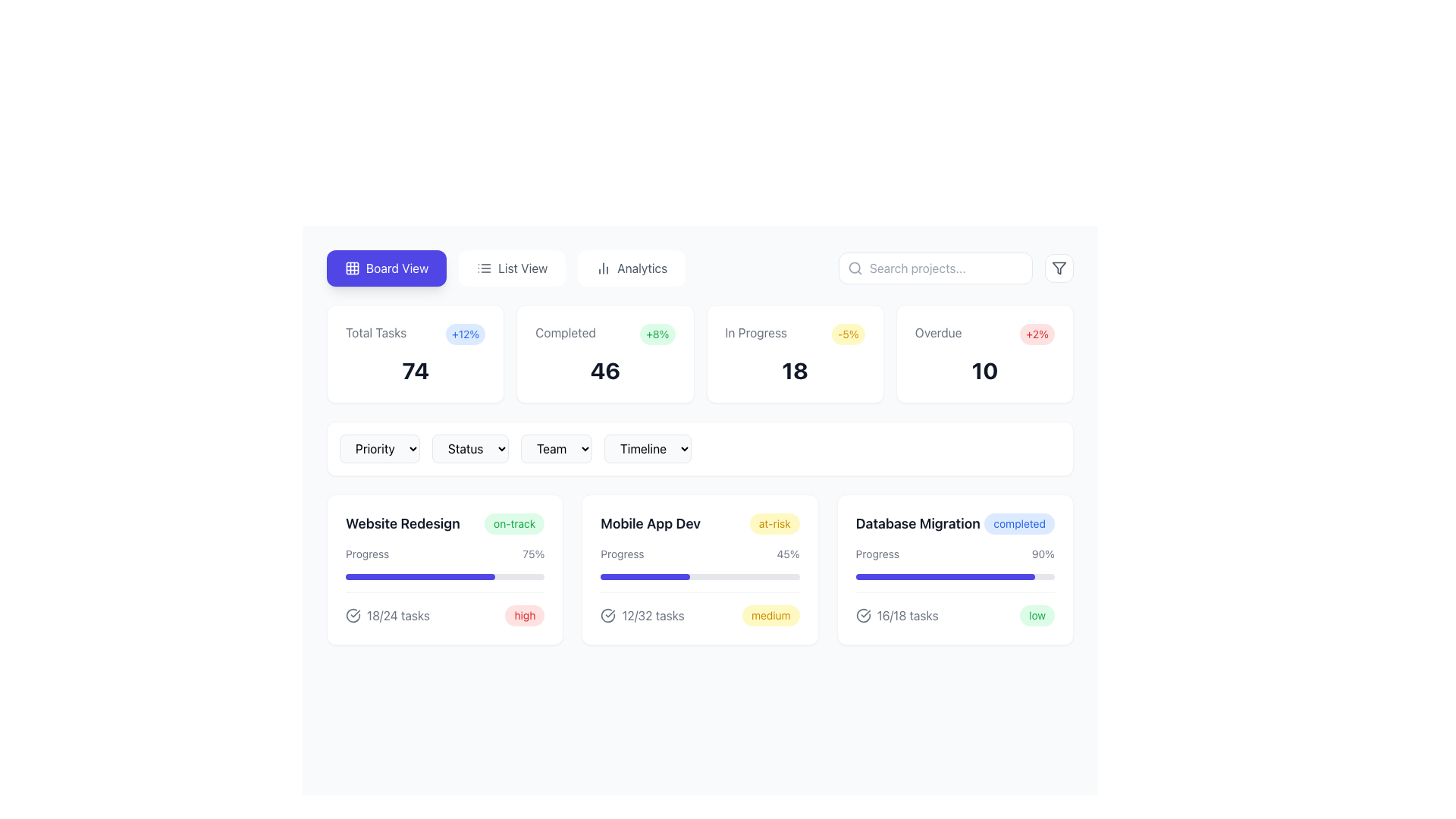 The height and width of the screenshot is (819, 1456). Describe the element at coordinates (756, 332) in the screenshot. I see `the informational text label indicating the status 'In Progress' within the upper dashboard summary row` at that location.